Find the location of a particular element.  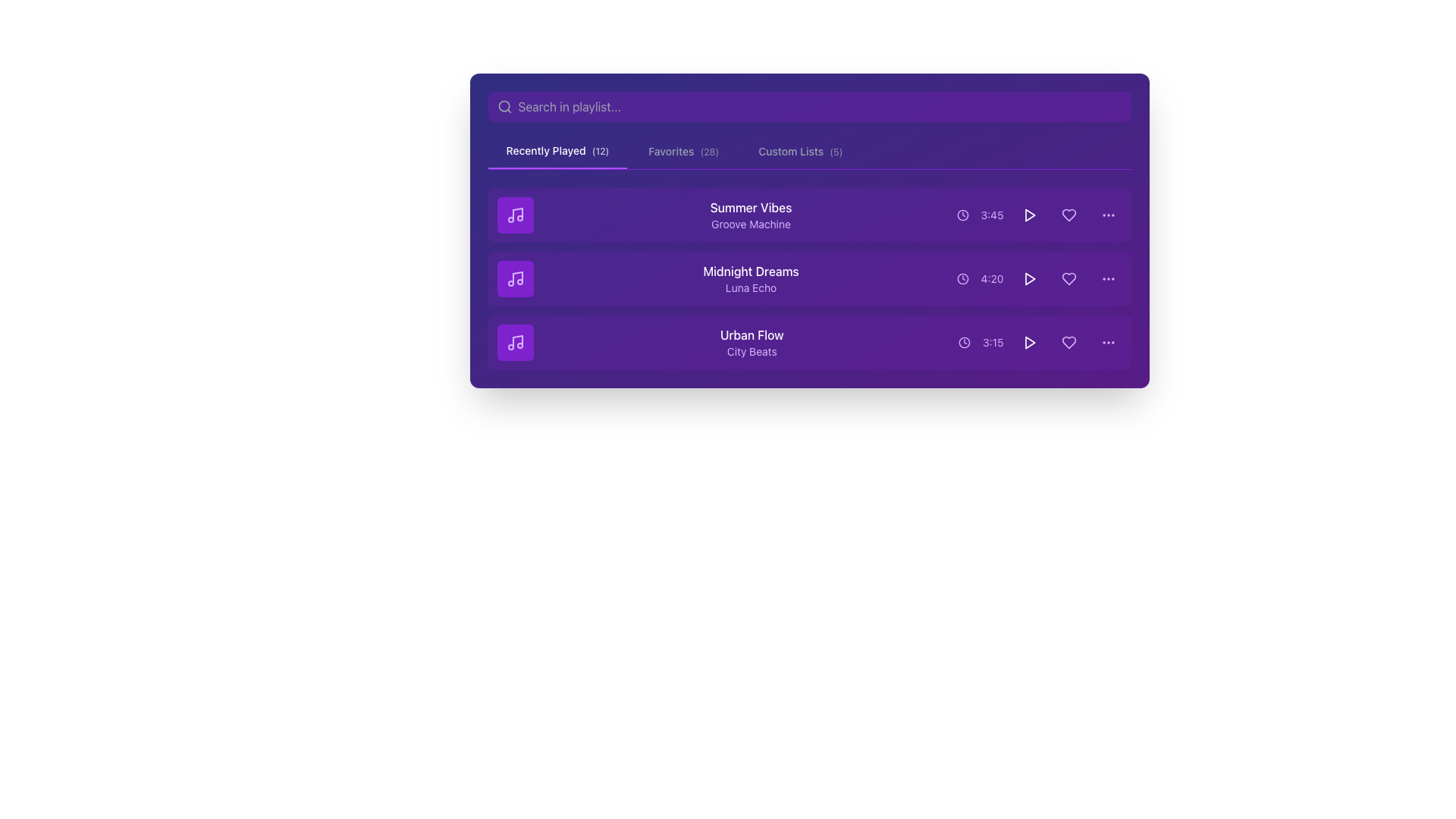

the purple music note icon, which is the topmost element in the 'Summer Vibes' list item panel is located at coordinates (515, 215).